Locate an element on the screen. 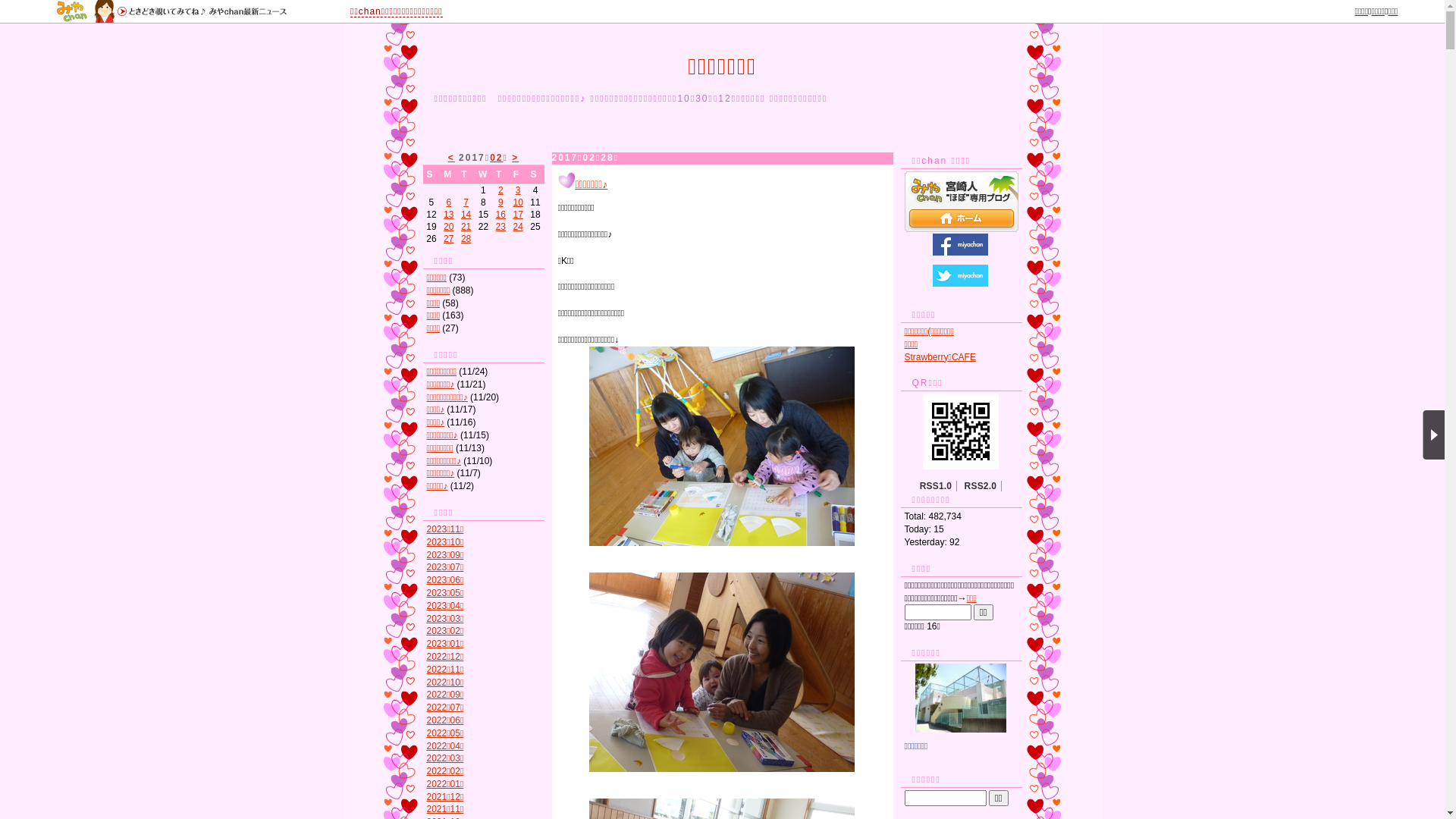 The image size is (1456, 819). '23' is located at coordinates (500, 227).